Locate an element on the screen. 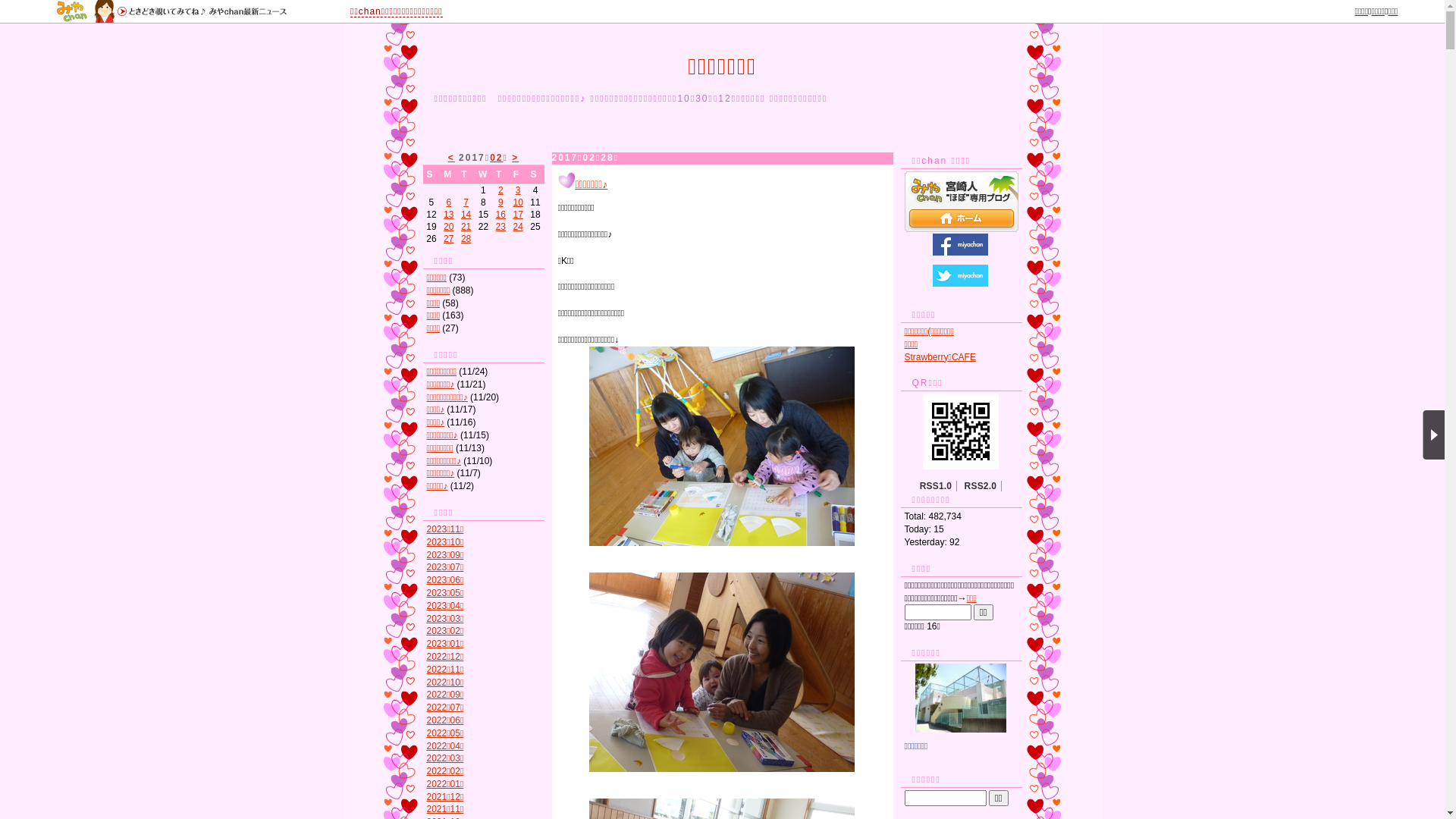 The image size is (1456, 819). '23' is located at coordinates (500, 227).